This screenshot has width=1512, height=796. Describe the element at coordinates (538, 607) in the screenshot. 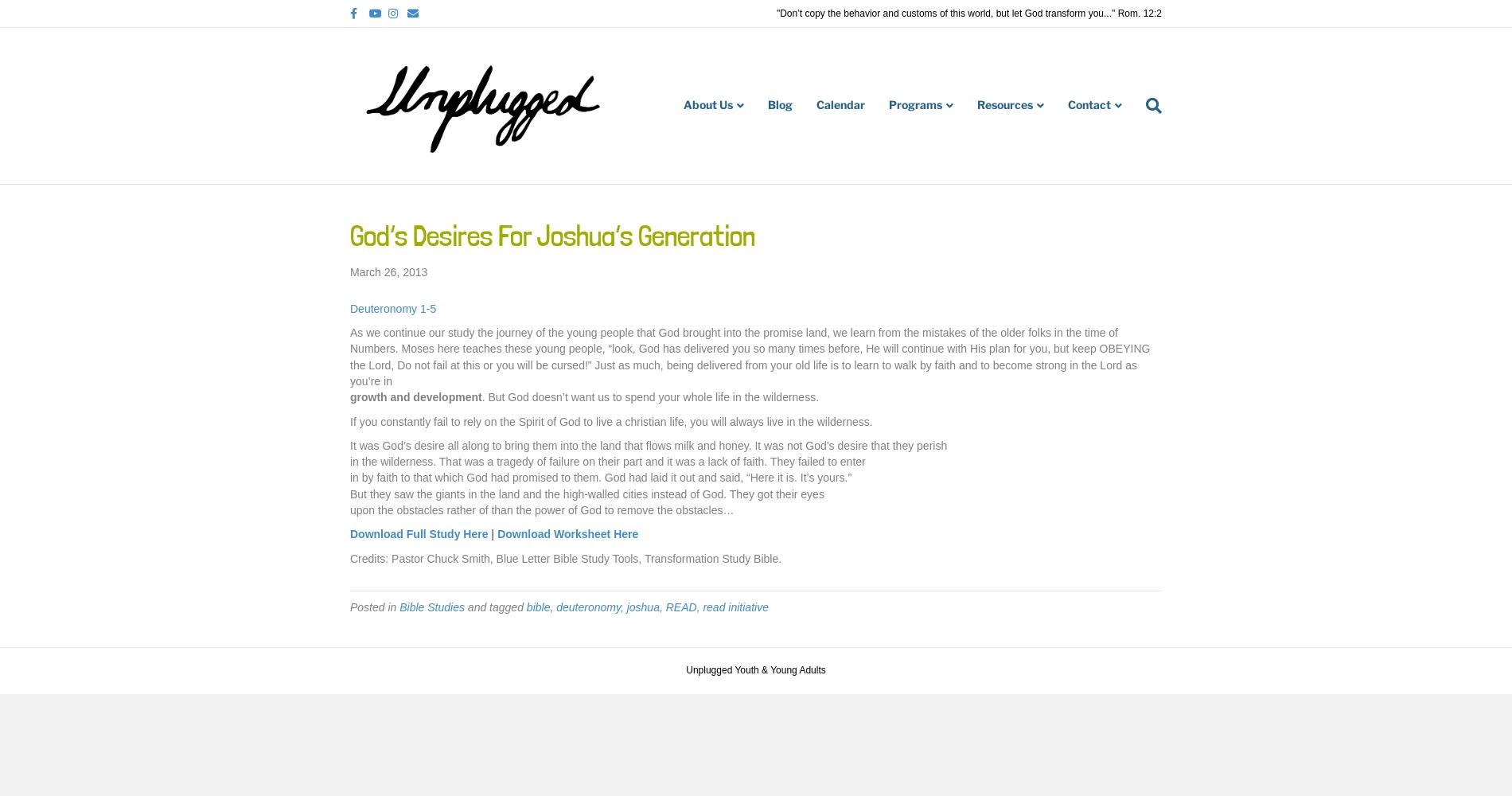

I see `'bible'` at that location.